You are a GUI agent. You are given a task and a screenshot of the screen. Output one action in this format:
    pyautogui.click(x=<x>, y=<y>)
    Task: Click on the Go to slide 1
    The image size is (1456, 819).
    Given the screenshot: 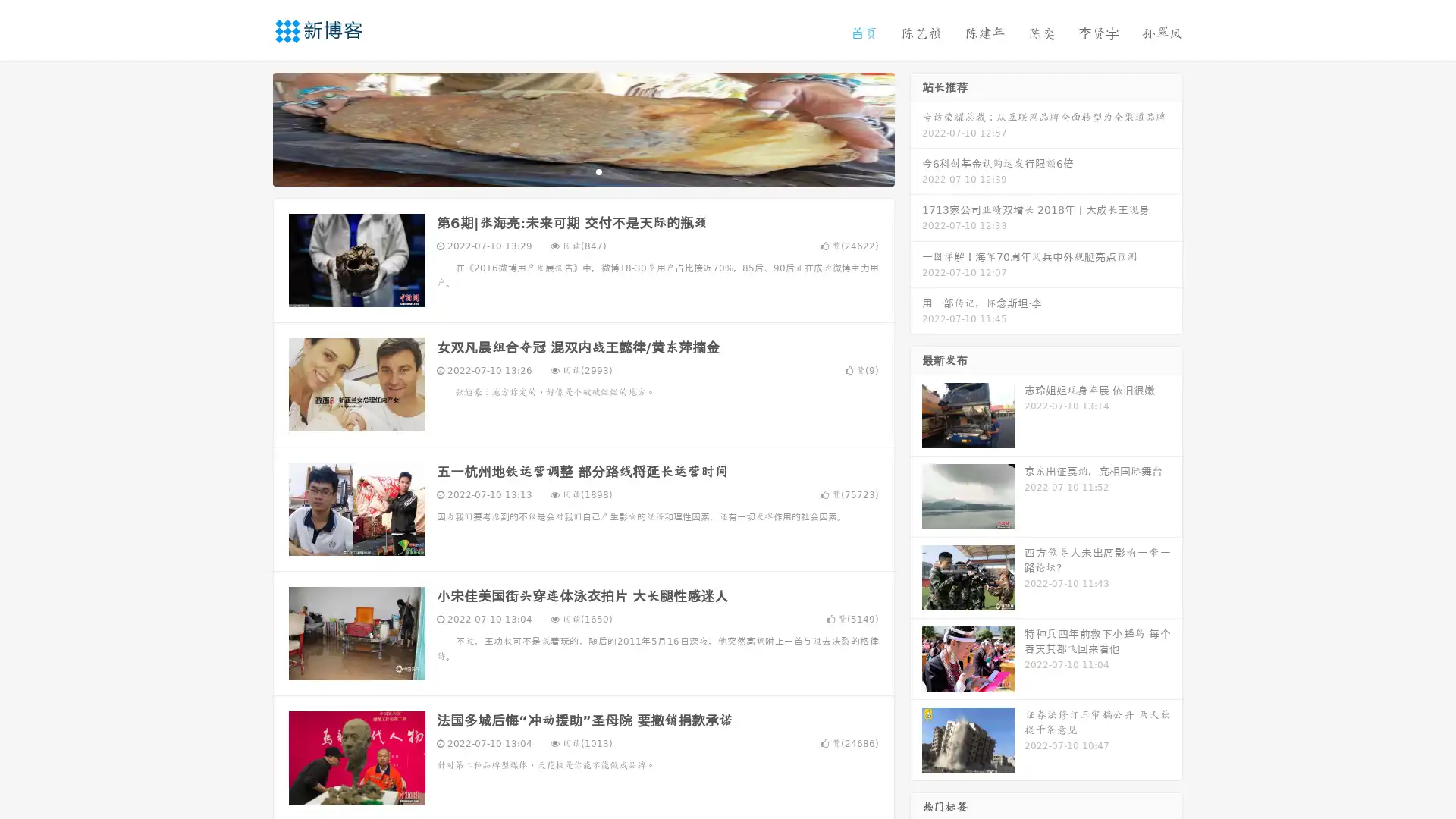 What is the action you would take?
    pyautogui.click(x=567, y=171)
    